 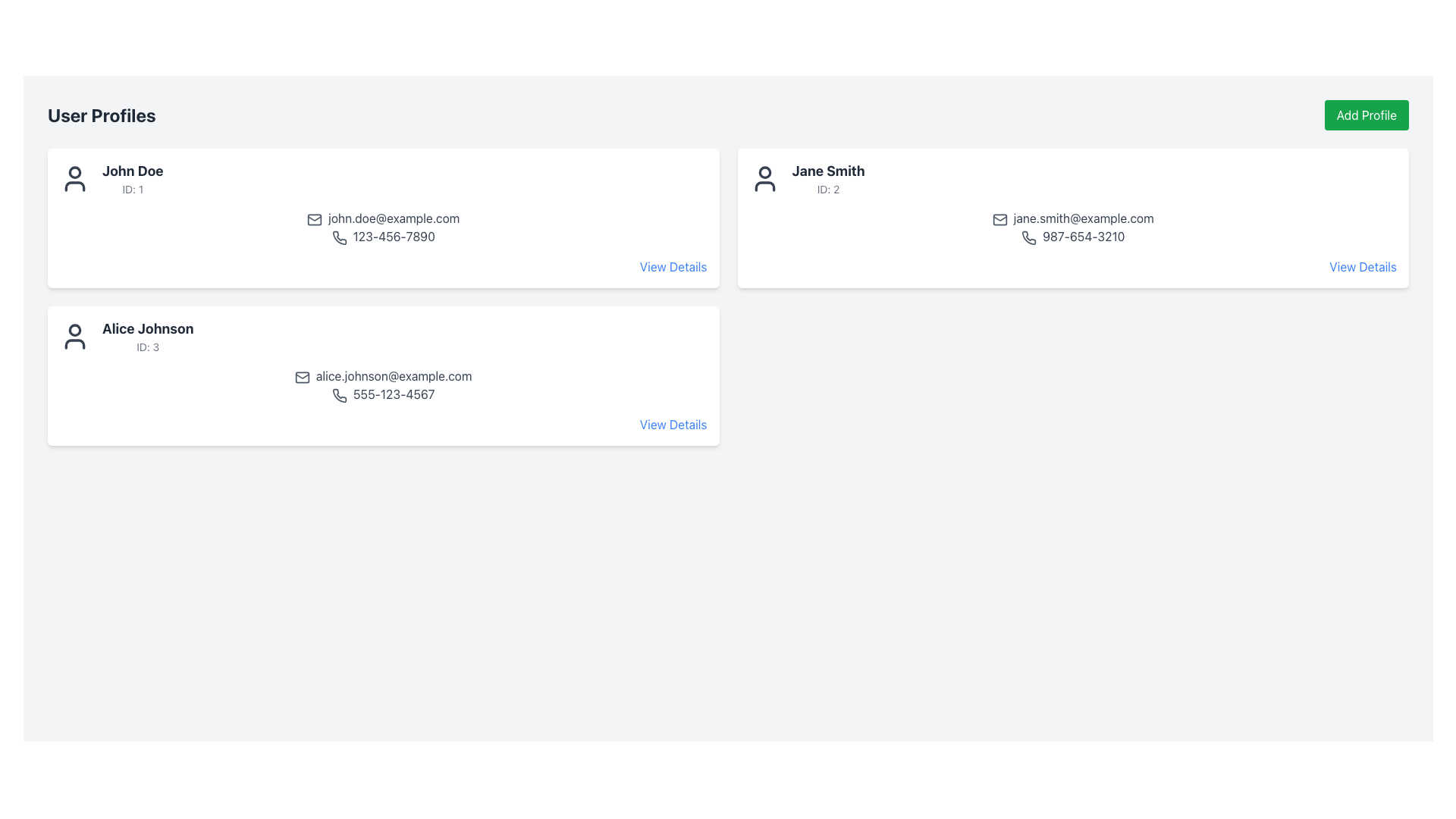 What do you see at coordinates (148, 335) in the screenshot?
I see `the text display element that shows the name and ID of a user in the second card from the top in the left column of the user profile list` at bounding box center [148, 335].